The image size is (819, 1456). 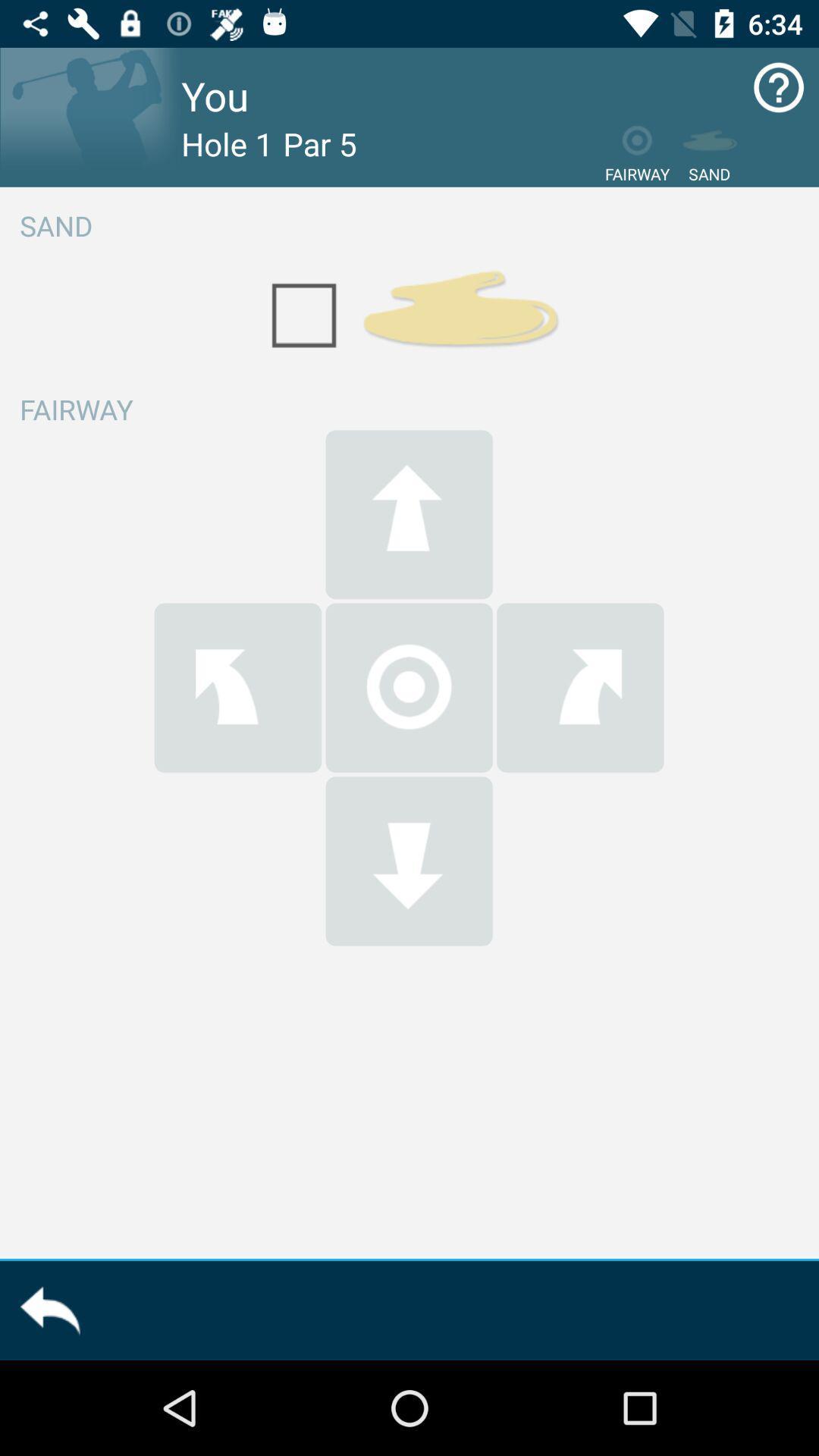 I want to click on idea for person, so click(x=90, y=116).